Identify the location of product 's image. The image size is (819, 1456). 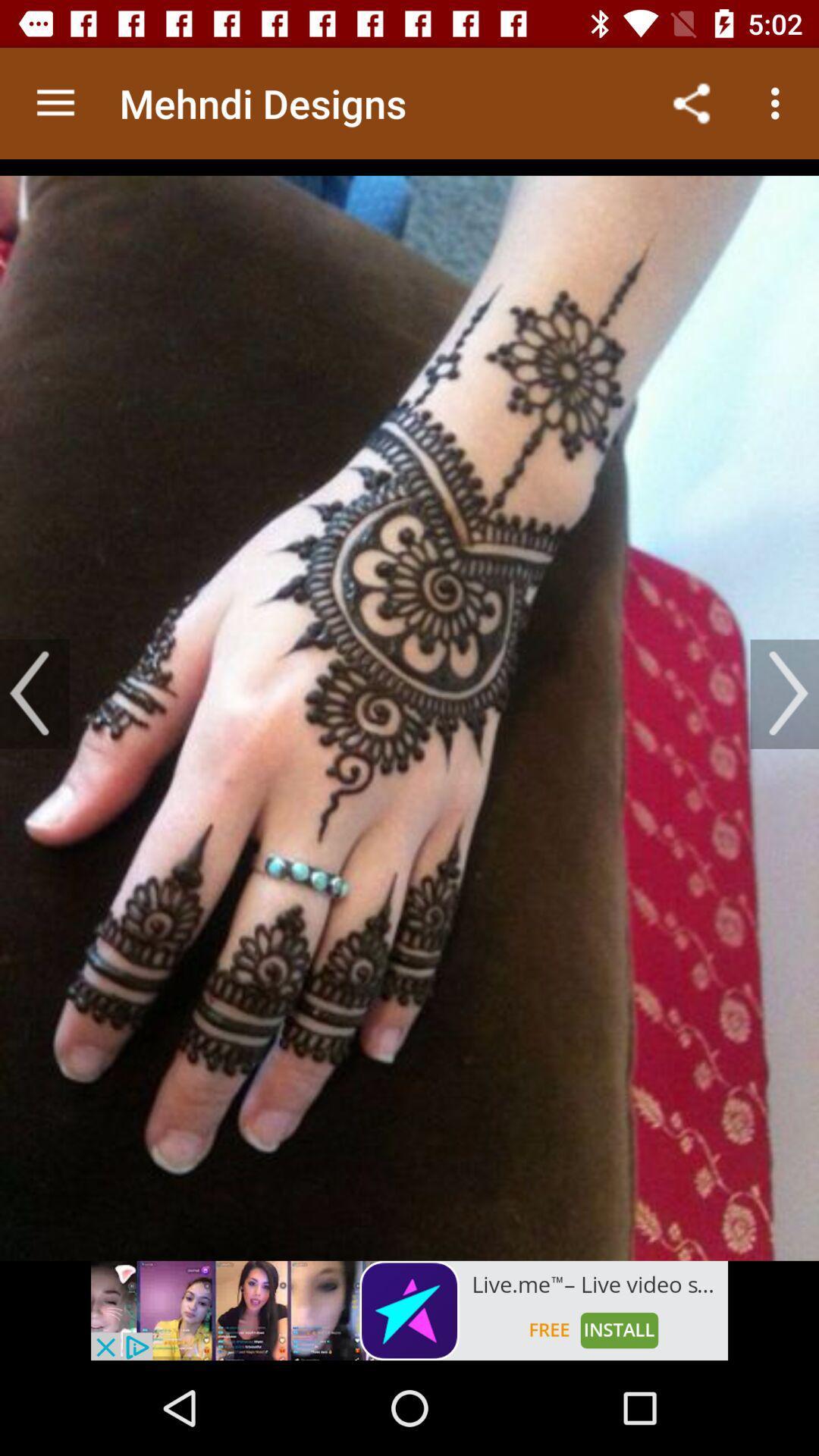
(409, 709).